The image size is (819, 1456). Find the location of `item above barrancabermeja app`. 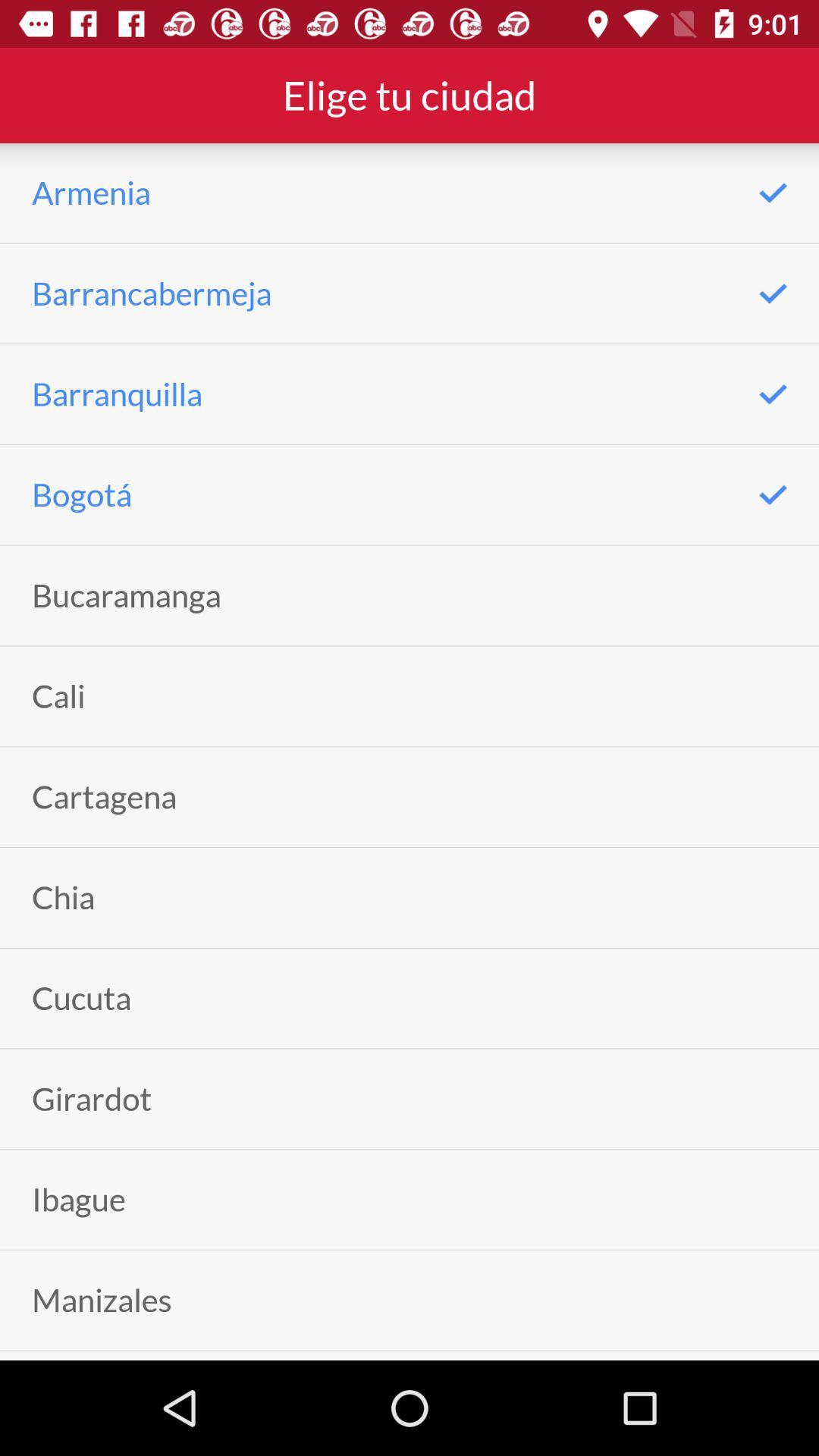

item above barrancabermeja app is located at coordinates (91, 192).